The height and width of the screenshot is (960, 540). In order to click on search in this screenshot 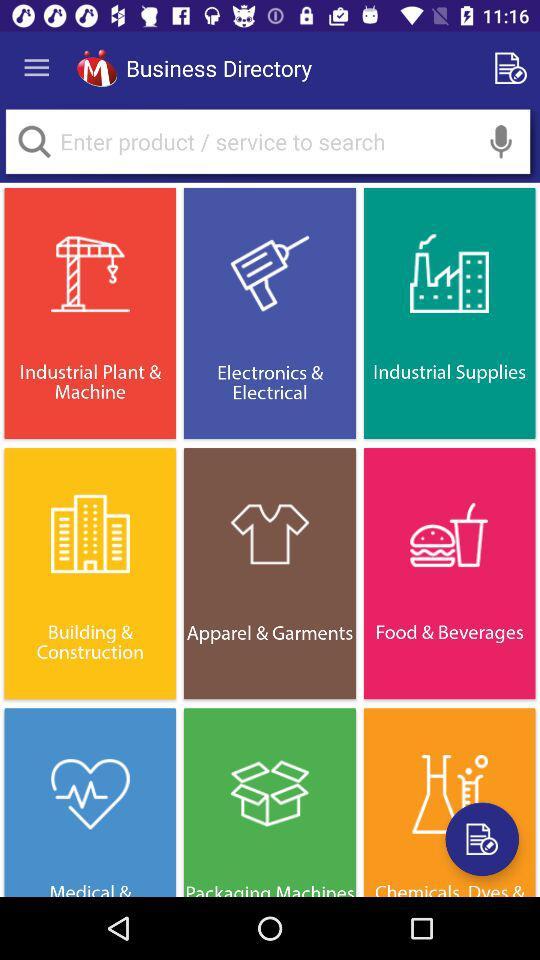, I will do `click(33, 140)`.